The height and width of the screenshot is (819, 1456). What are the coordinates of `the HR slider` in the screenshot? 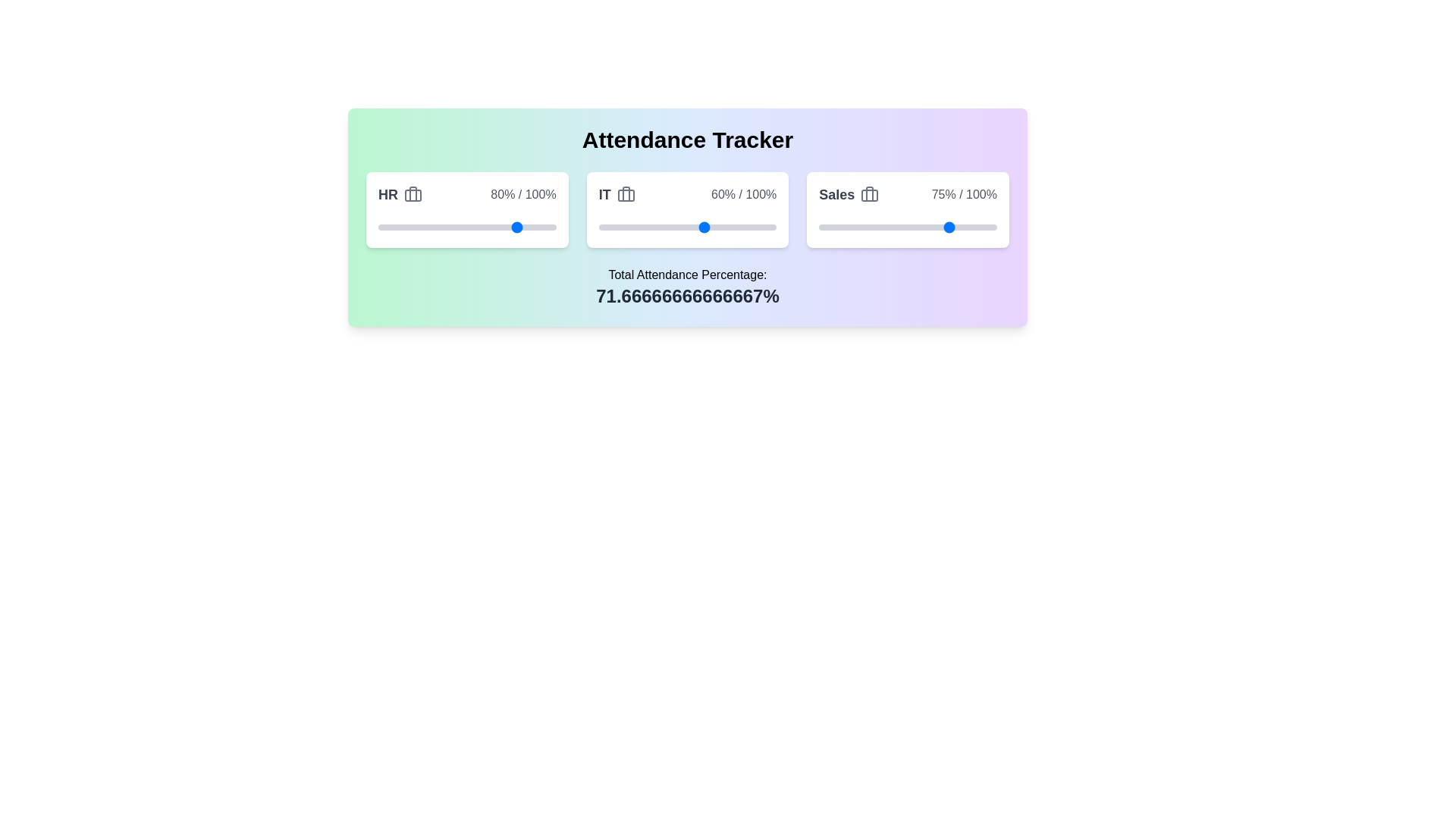 It's located at (445, 227).